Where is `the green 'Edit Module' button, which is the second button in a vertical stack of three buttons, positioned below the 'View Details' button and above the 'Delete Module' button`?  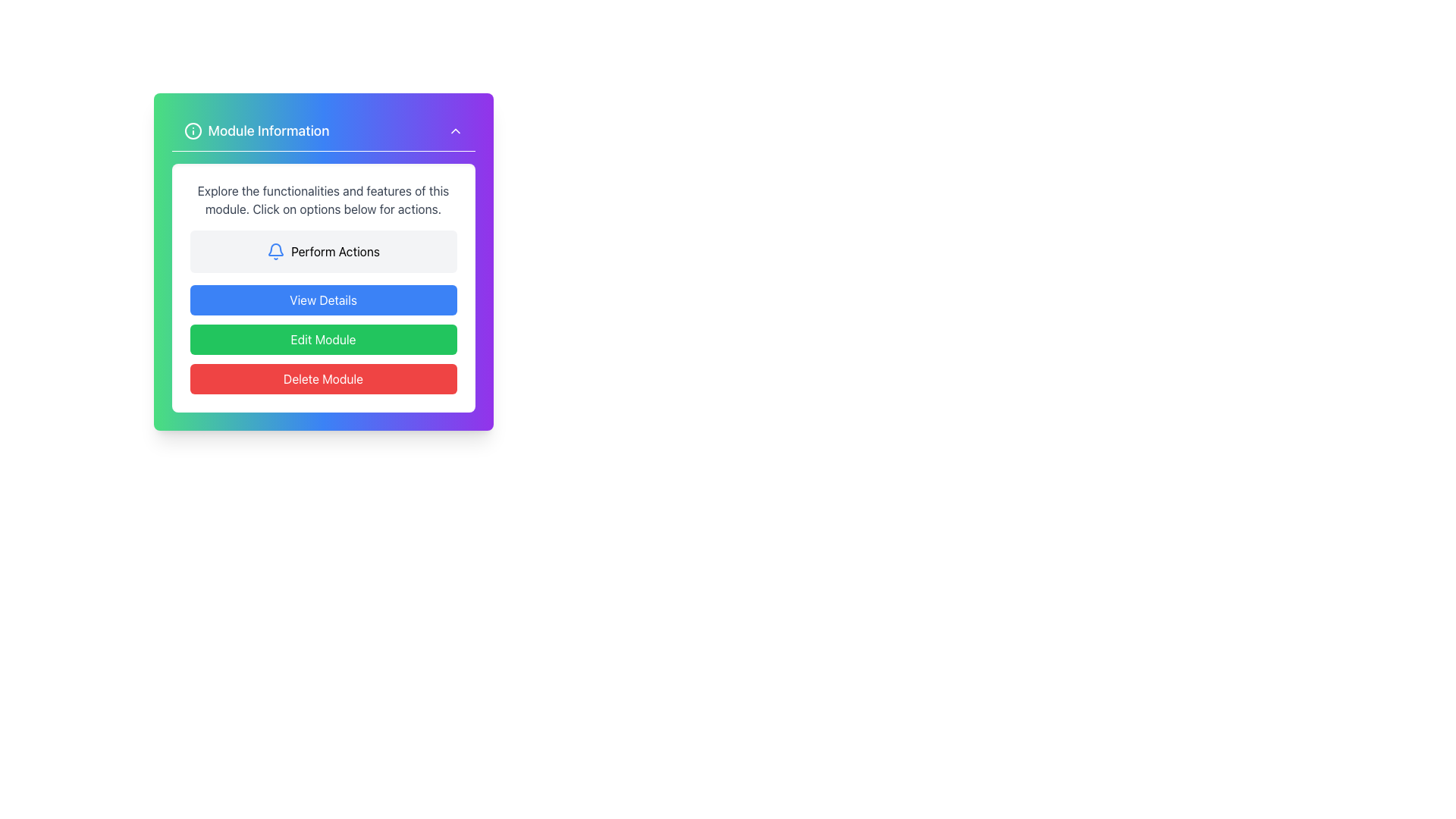
the green 'Edit Module' button, which is the second button in a vertical stack of three buttons, positioned below the 'View Details' button and above the 'Delete Module' button is located at coordinates (322, 338).